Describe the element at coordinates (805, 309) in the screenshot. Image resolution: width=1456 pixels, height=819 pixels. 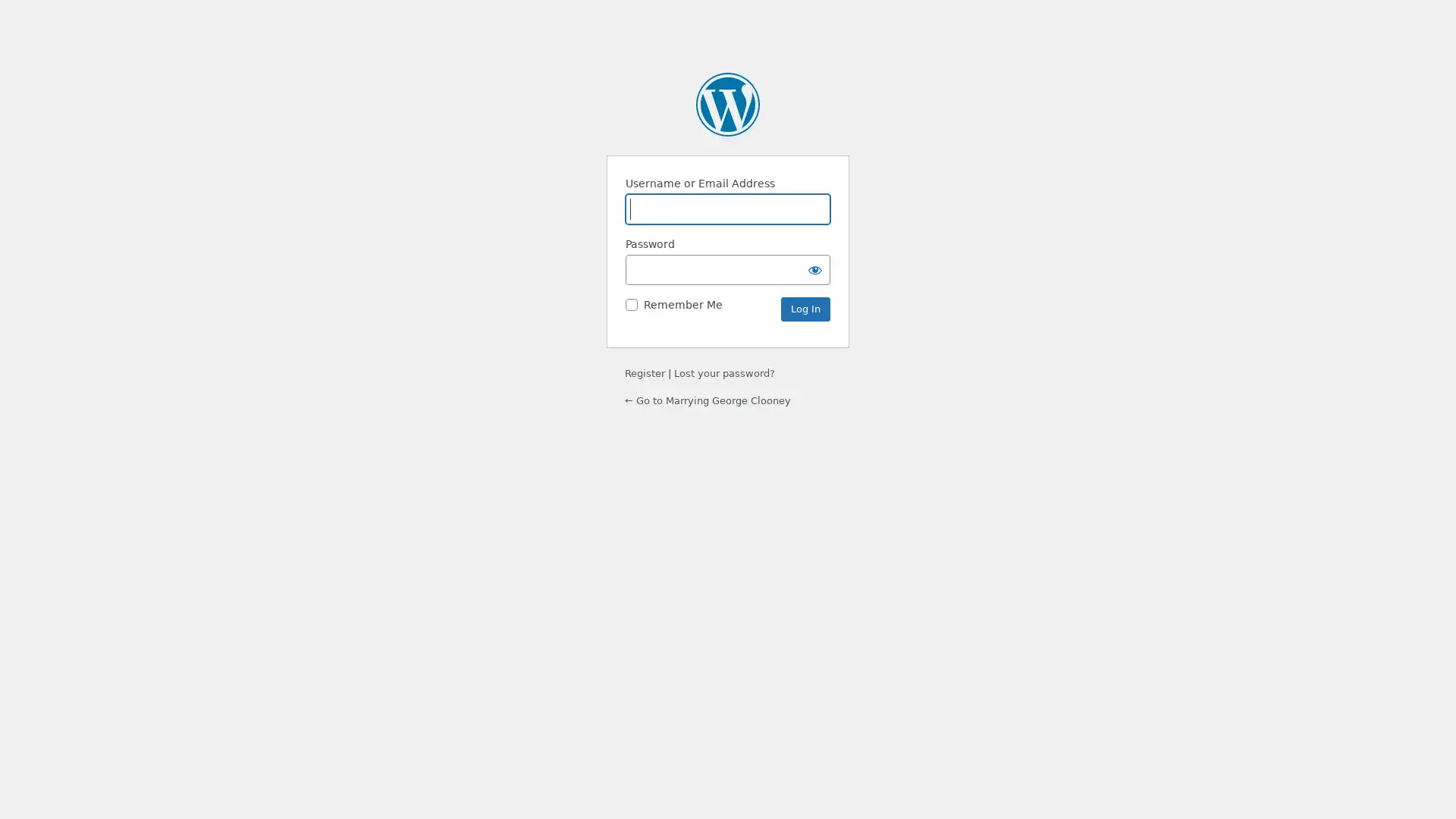
I see `Log In` at that location.